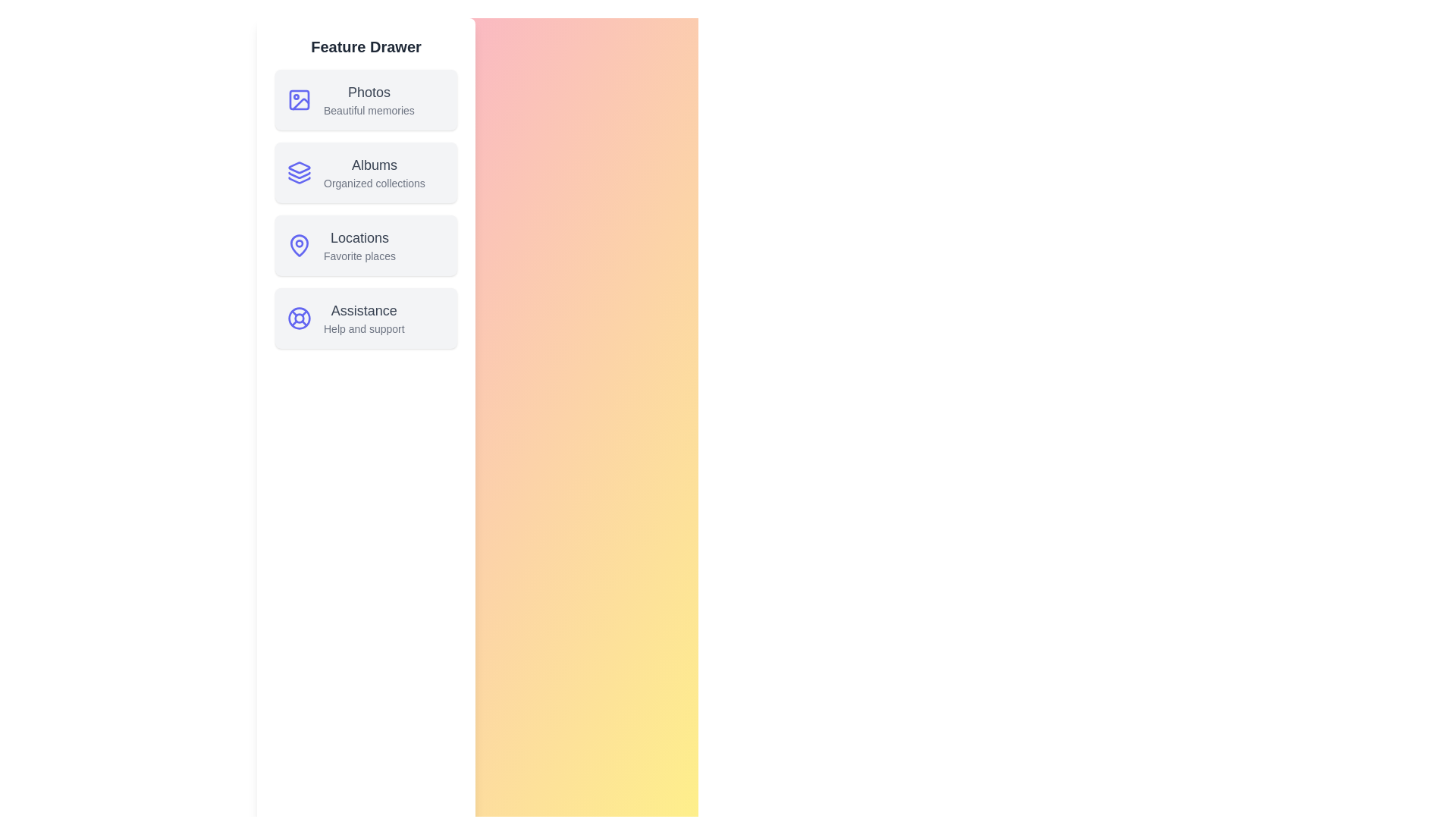  What do you see at coordinates (366, 245) in the screenshot?
I see `the feature item Locations to reveal its effect` at bounding box center [366, 245].